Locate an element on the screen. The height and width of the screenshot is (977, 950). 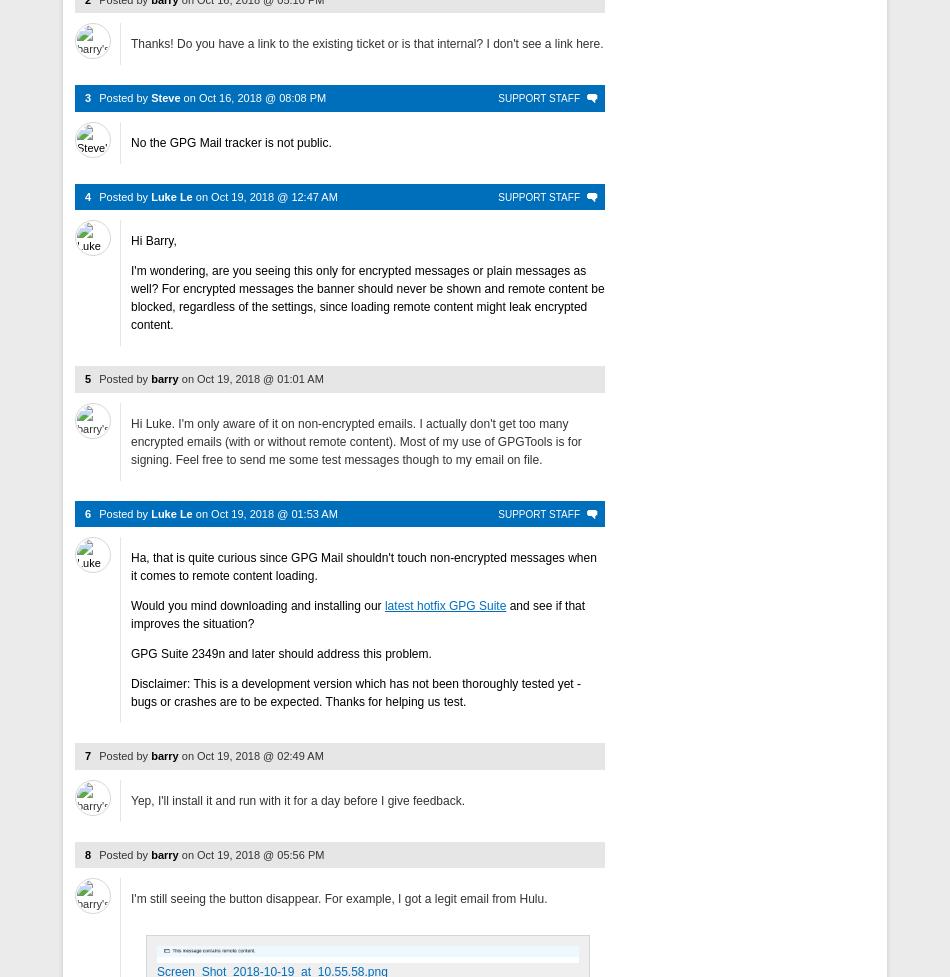
'6' is located at coordinates (85, 512).